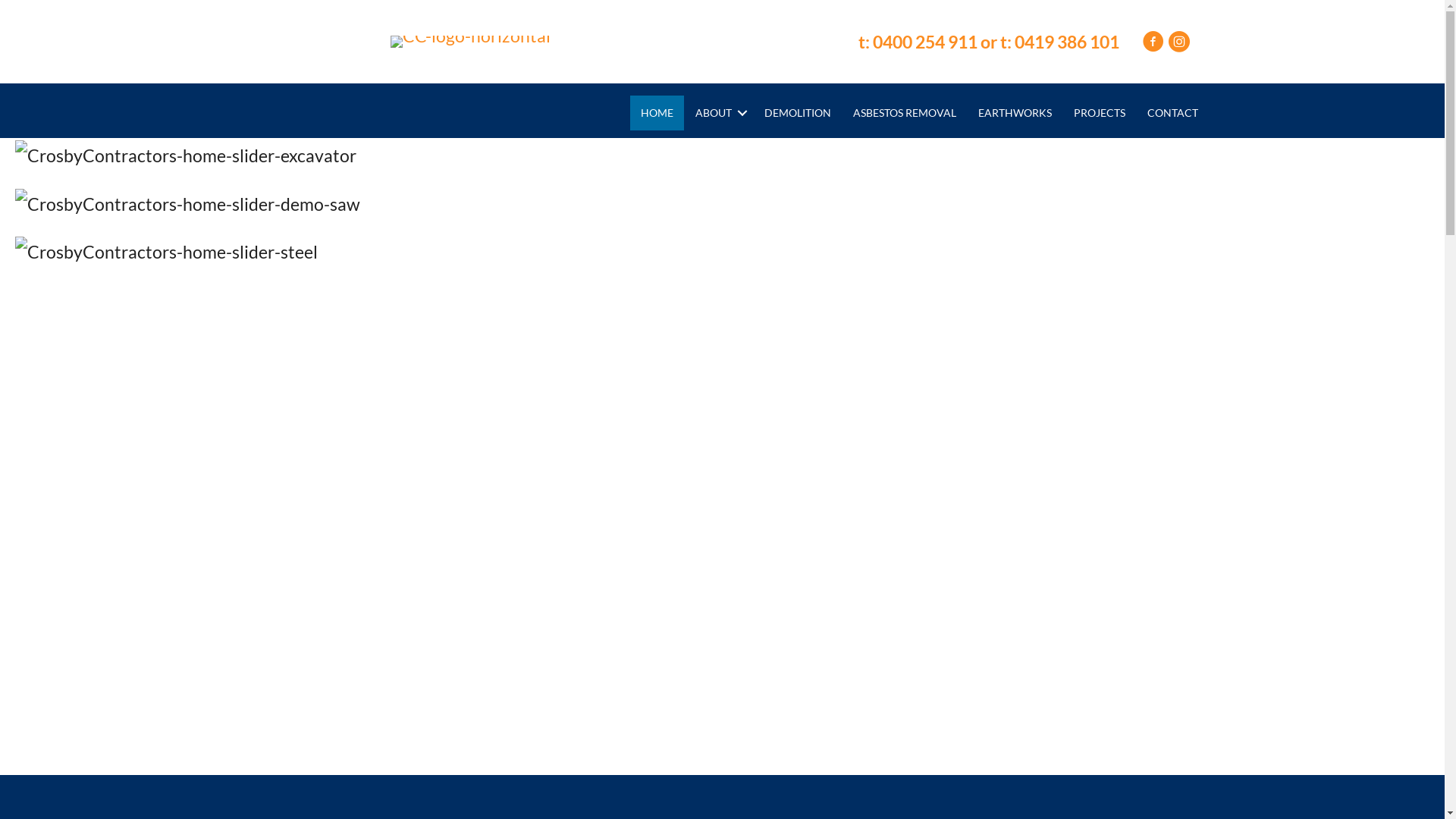 This screenshot has height=819, width=1456. Describe the element at coordinates (1099, 112) in the screenshot. I see `'PROJECTS'` at that location.